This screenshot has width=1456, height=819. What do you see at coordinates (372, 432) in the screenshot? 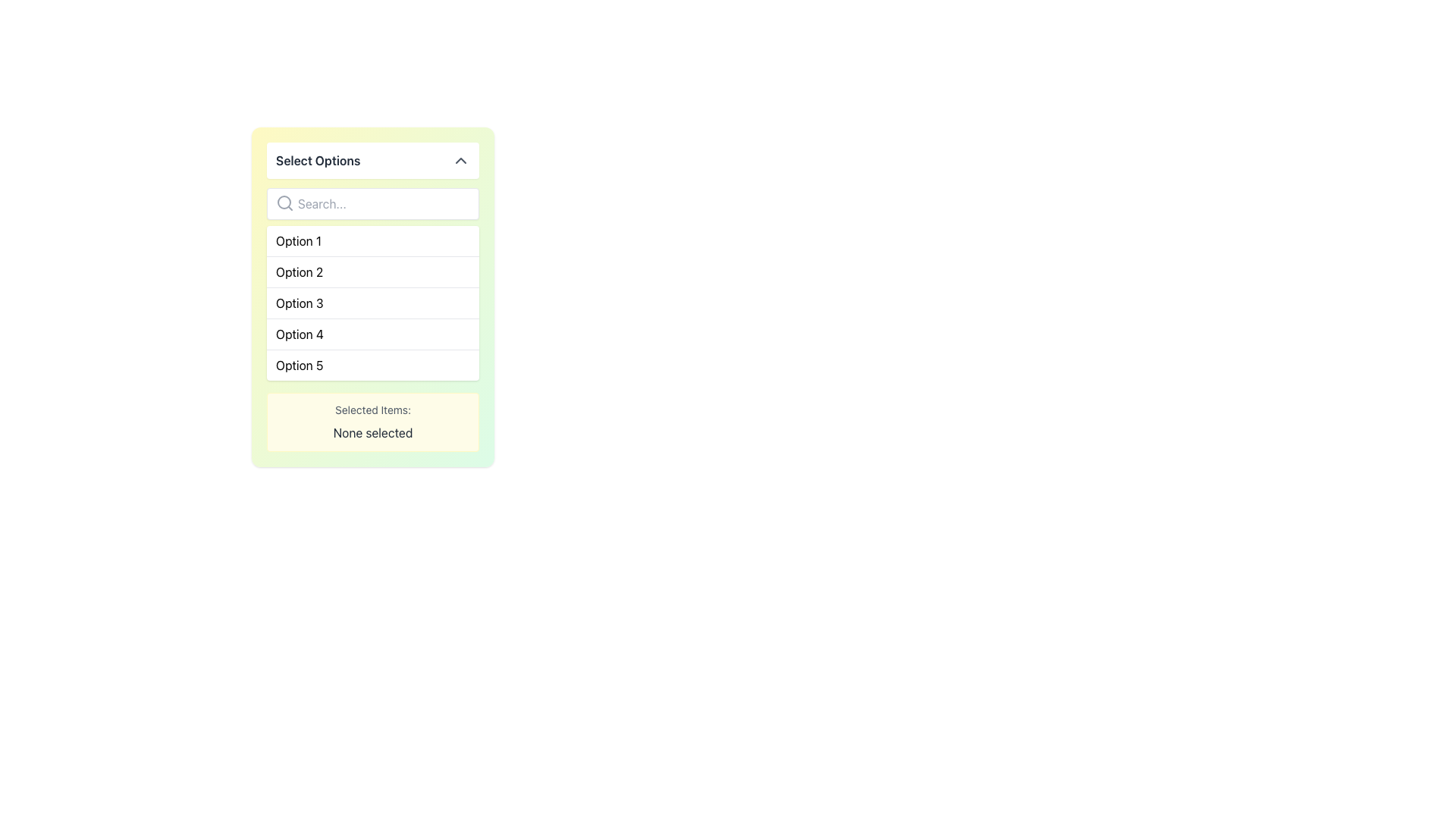
I see `the text label displaying 'None selected', which is located below the 'Selected Items:' label and has a bold, dark gray font on a yellow background` at bounding box center [372, 432].